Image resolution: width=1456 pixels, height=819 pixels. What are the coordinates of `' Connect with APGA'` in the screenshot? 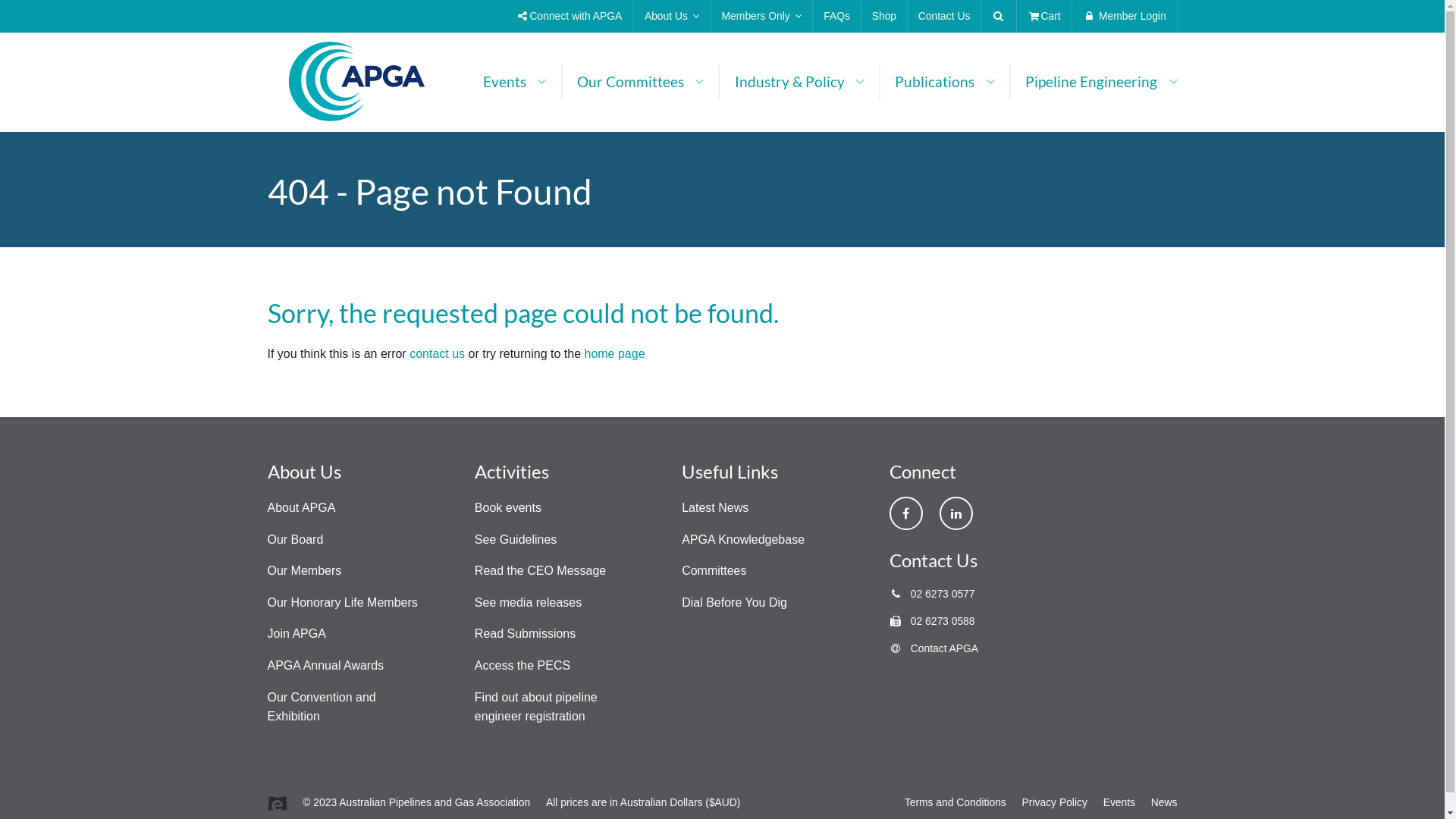 It's located at (569, 16).